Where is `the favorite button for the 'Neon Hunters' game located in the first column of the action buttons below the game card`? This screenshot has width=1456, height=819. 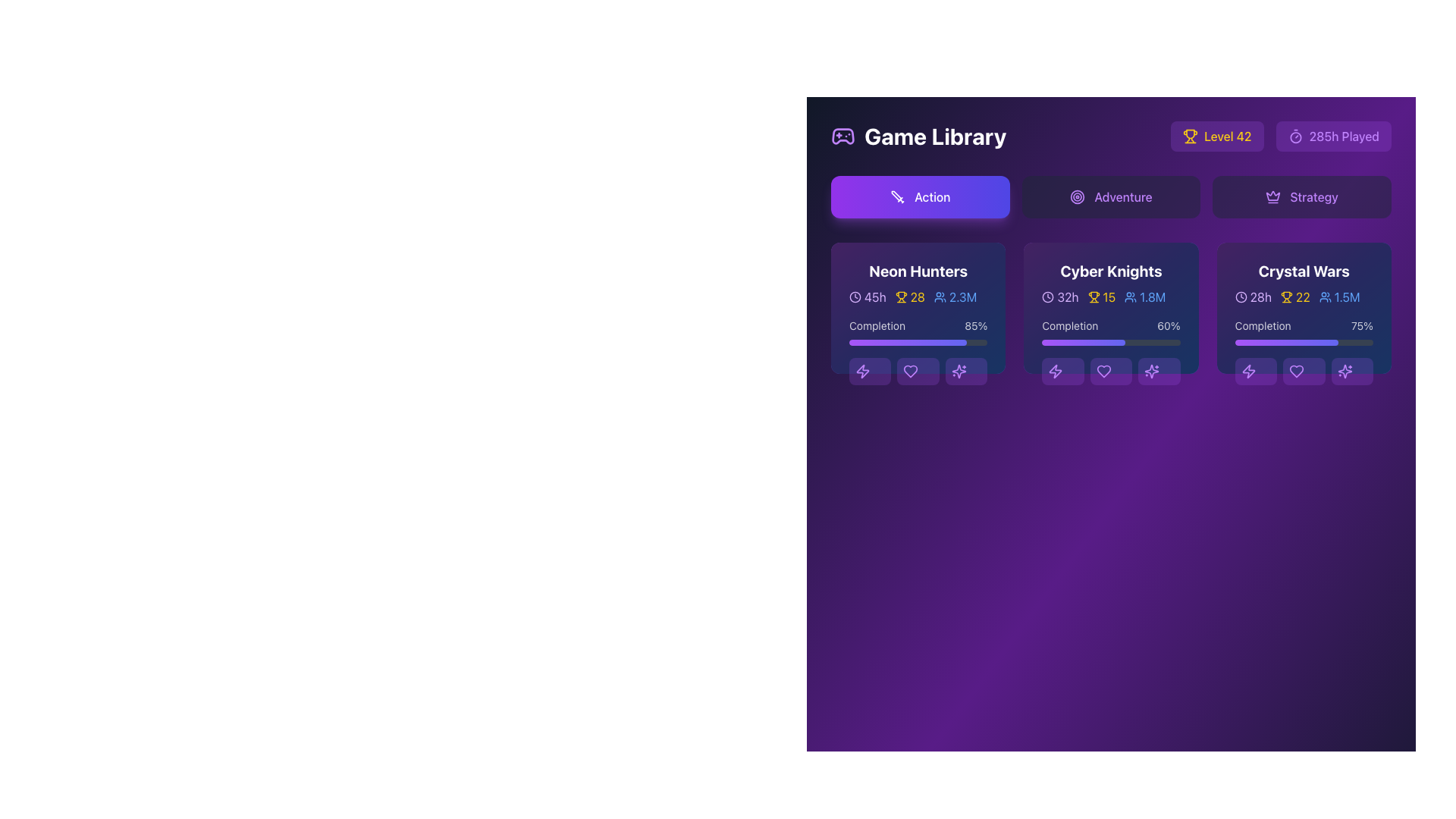
the favorite button for the 'Neon Hunters' game located in the first column of the action buttons below the game card is located at coordinates (917, 371).